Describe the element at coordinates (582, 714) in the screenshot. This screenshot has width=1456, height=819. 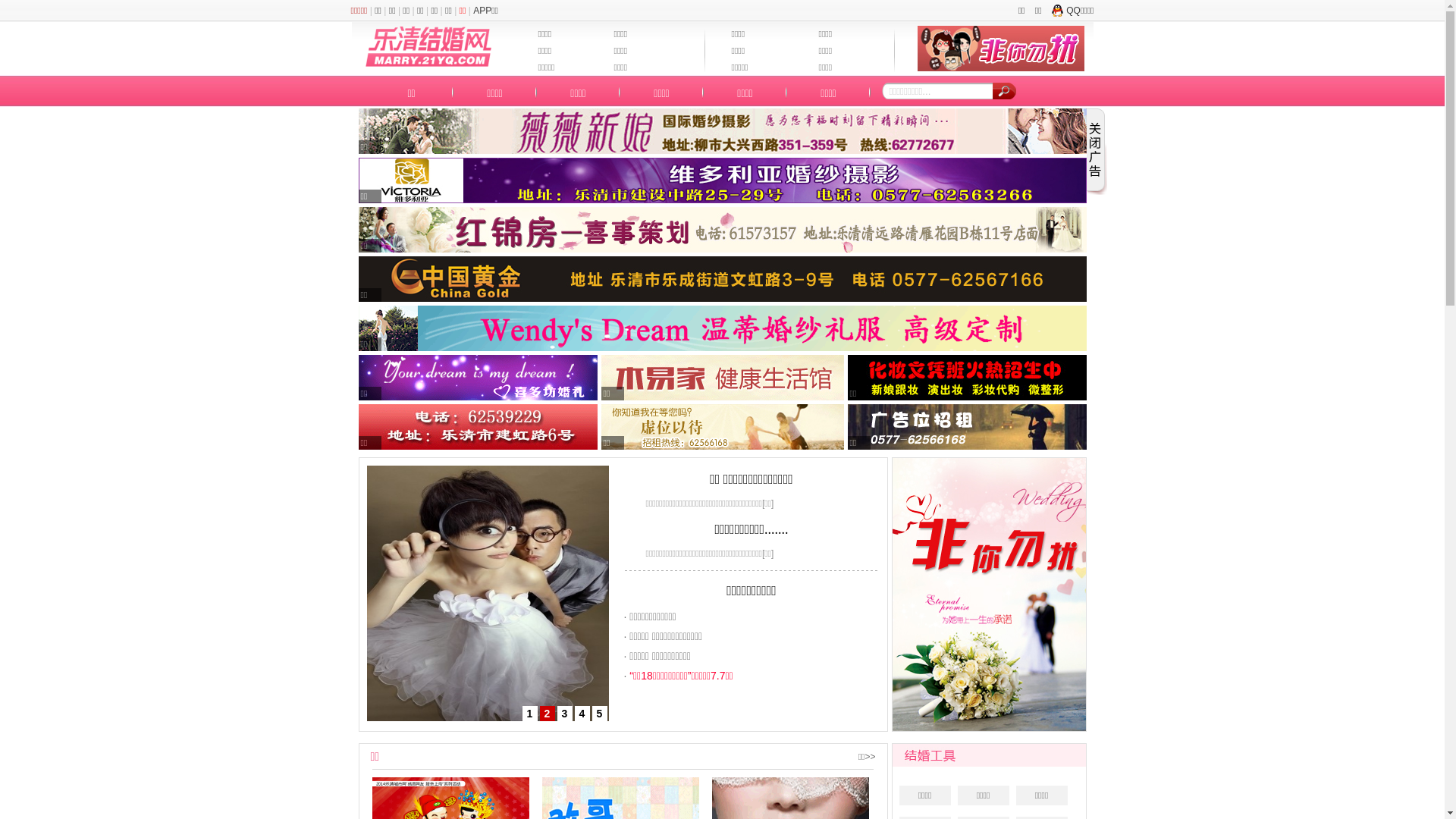
I see `'4'` at that location.